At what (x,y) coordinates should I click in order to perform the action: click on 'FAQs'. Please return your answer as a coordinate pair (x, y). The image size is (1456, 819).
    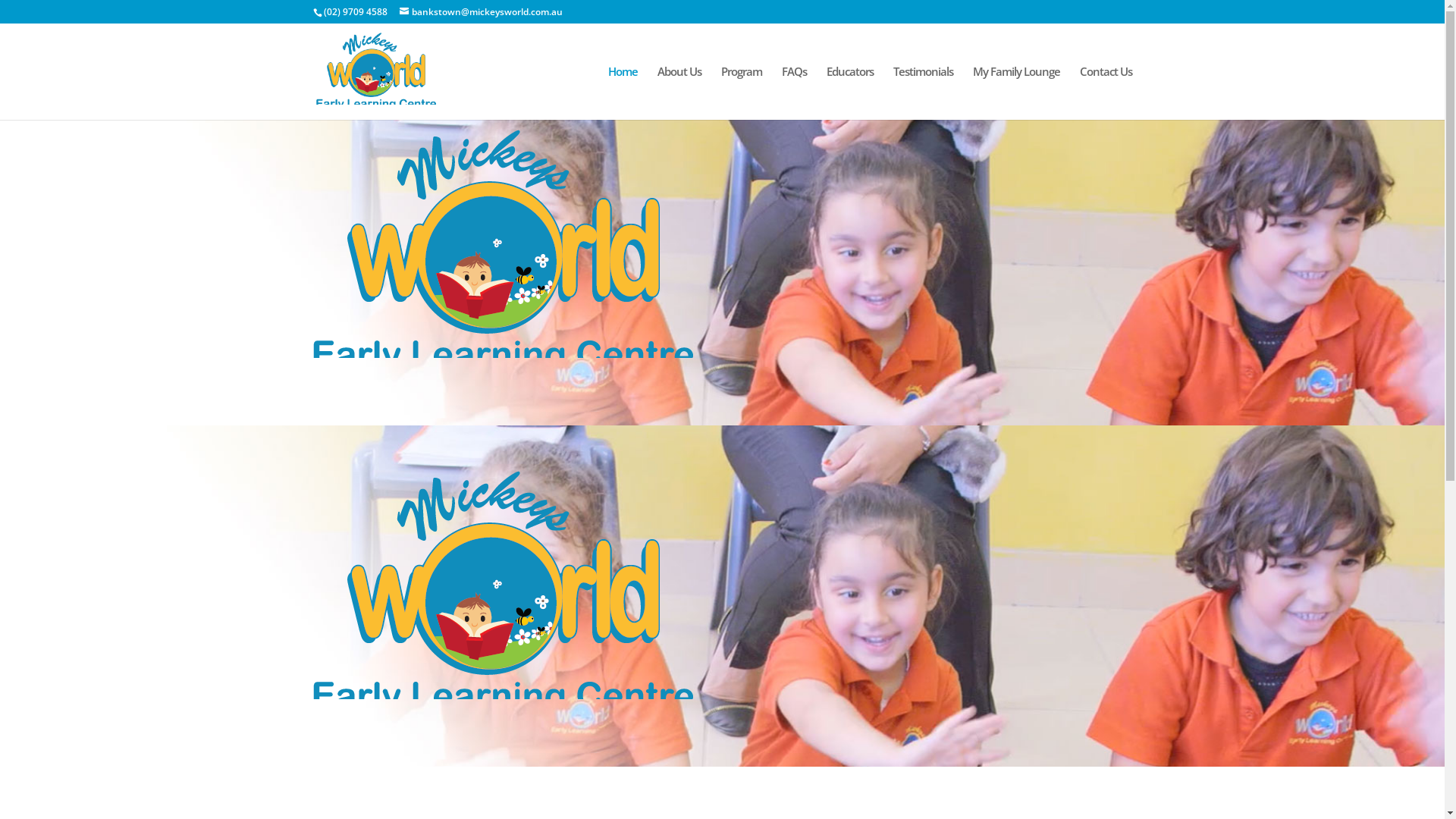
    Looking at the image, I should click on (792, 93).